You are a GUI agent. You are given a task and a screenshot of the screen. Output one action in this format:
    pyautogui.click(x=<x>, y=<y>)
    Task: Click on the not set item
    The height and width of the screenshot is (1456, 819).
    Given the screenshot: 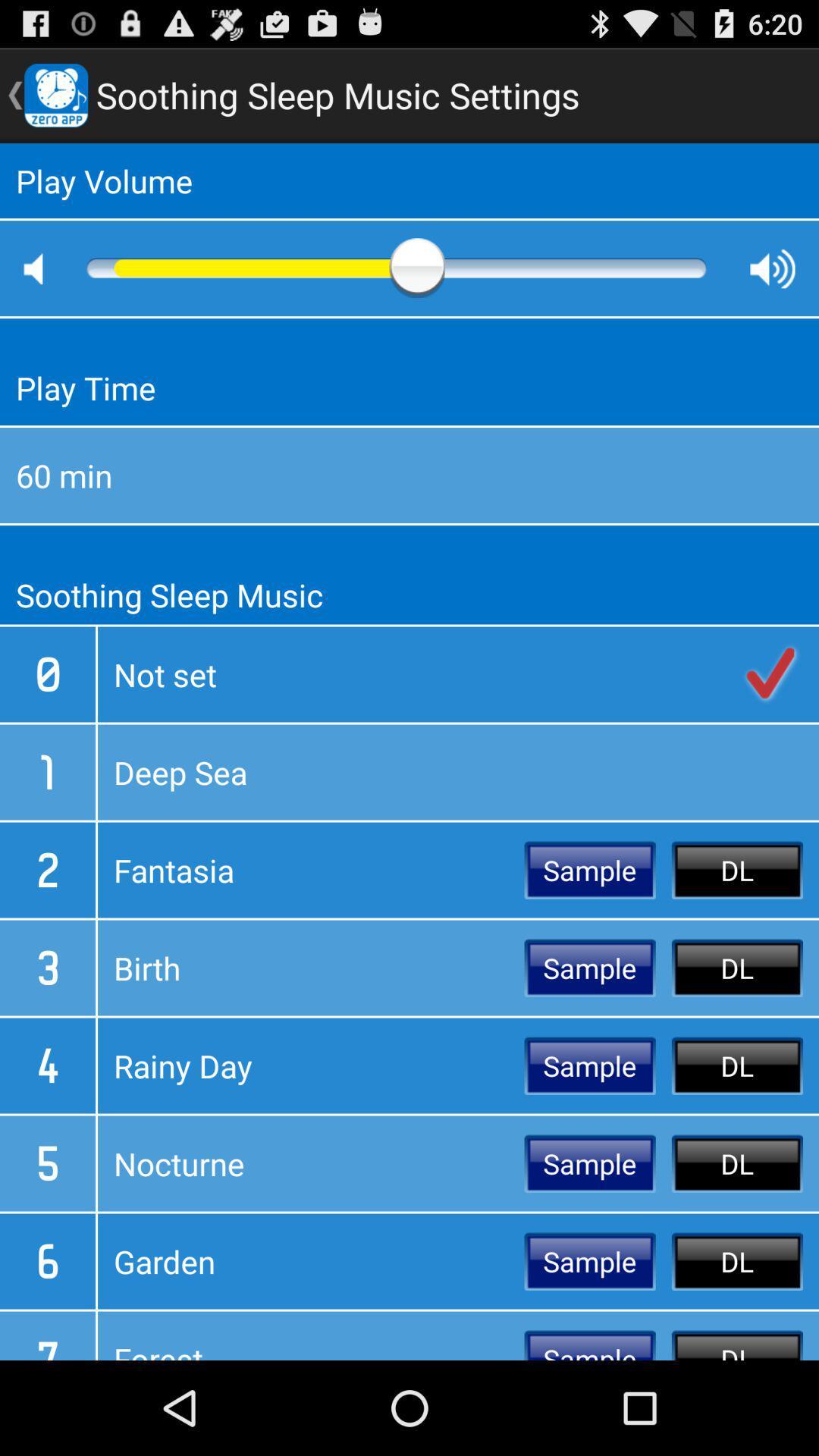 What is the action you would take?
    pyautogui.click(x=457, y=673)
    